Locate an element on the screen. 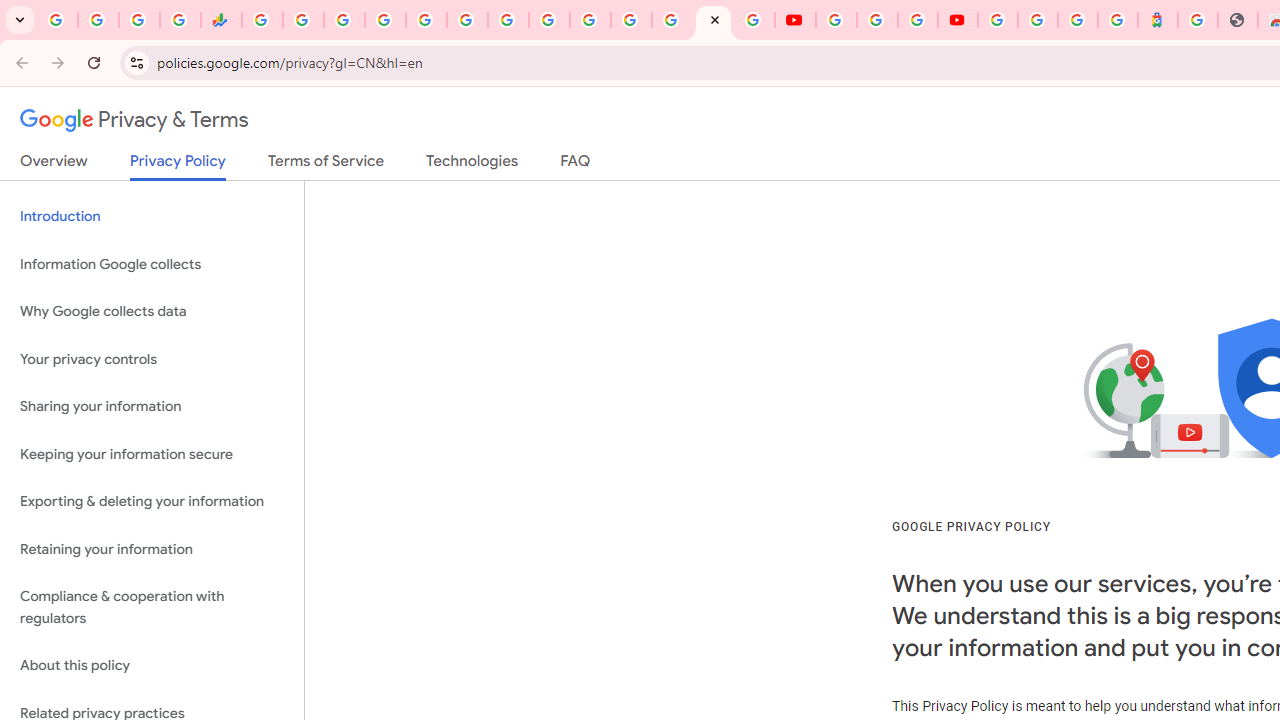 The width and height of the screenshot is (1280, 720). 'Compliance & cooperation with regulators' is located at coordinates (151, 607).